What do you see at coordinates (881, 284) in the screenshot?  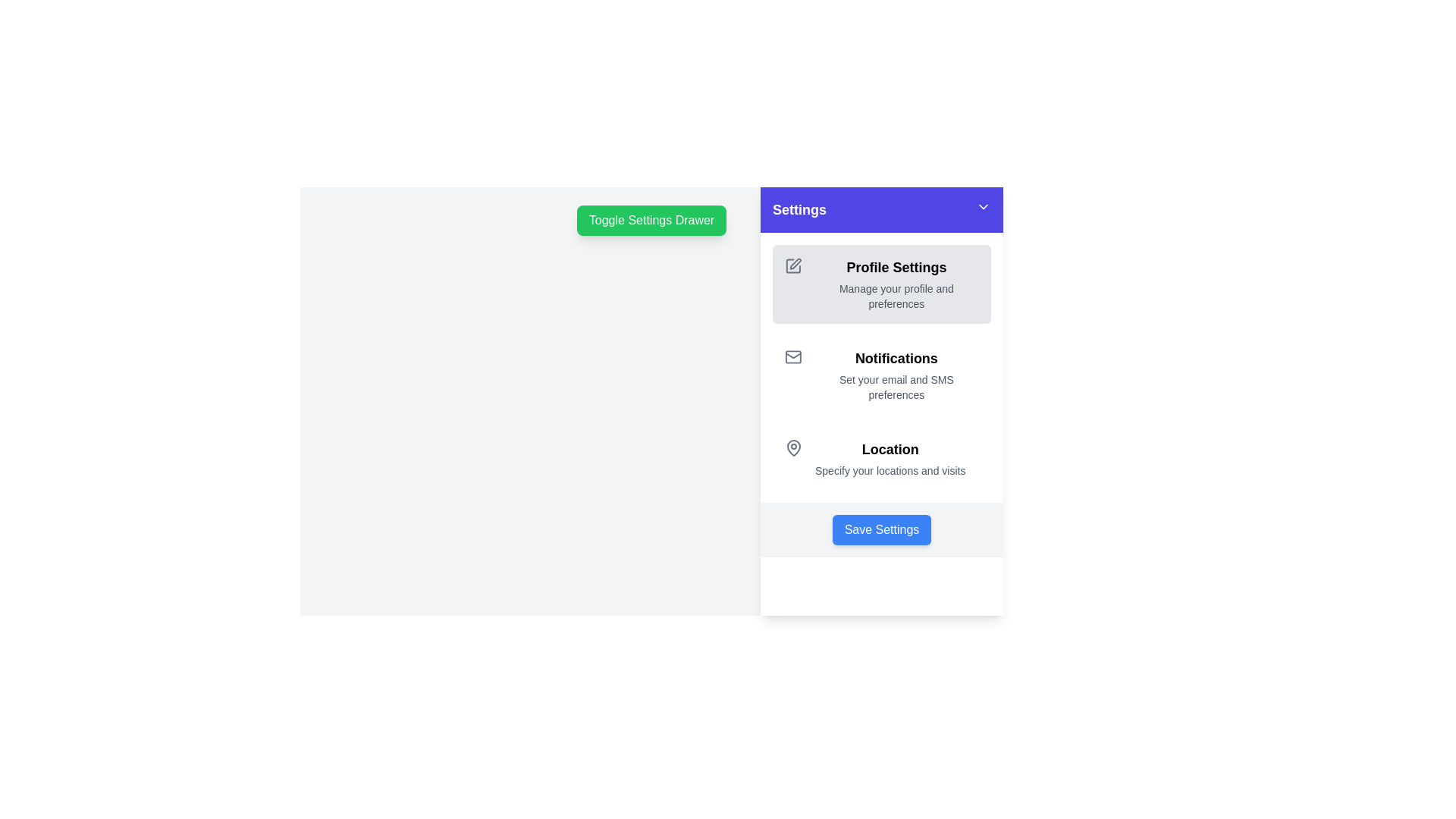 I see `the user profile settings button located in the sidebar menu beneath the 'Settings' header` at bounding box center [881, 284].